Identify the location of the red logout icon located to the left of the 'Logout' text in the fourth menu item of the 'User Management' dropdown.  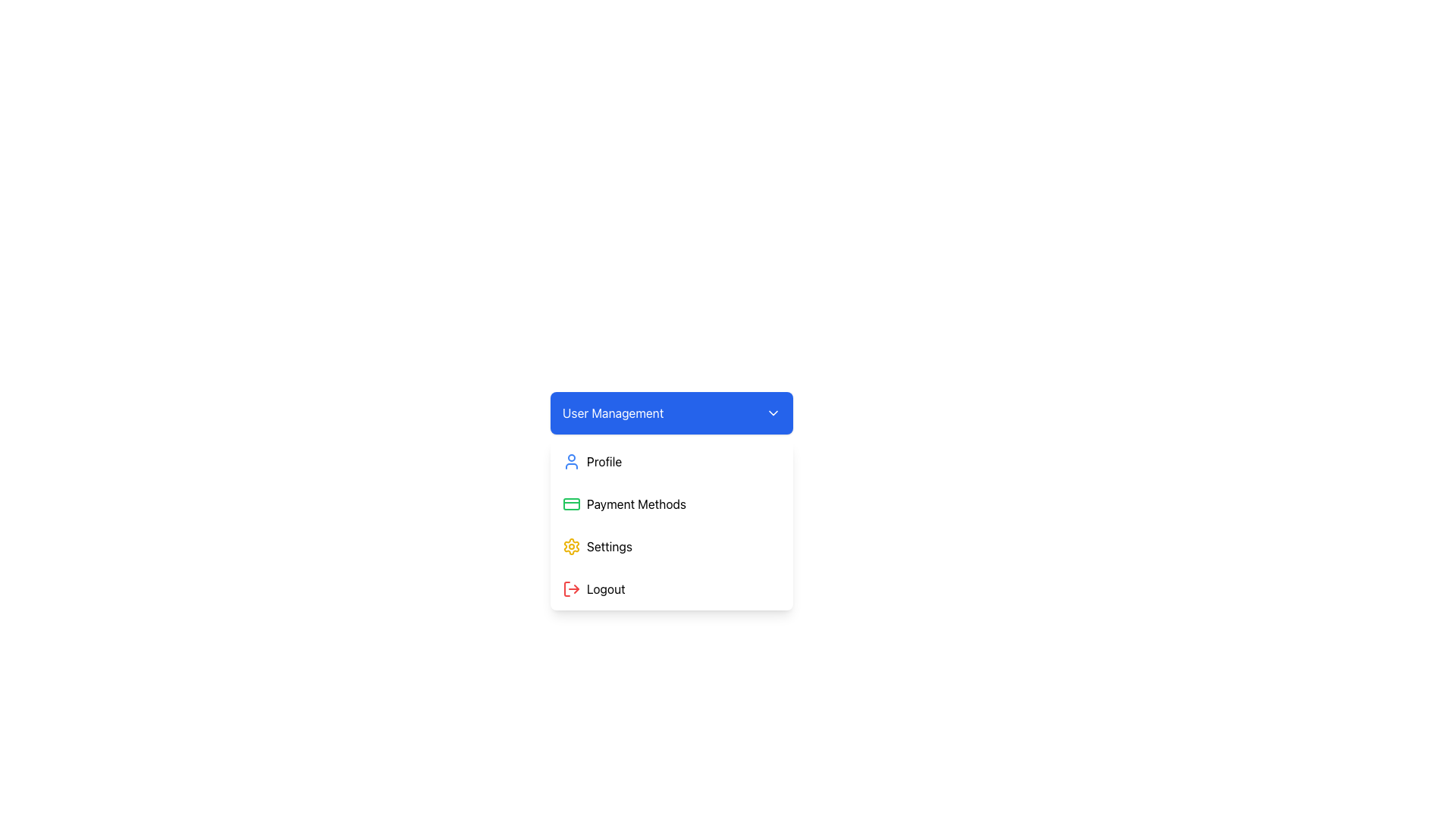
(570, 588).